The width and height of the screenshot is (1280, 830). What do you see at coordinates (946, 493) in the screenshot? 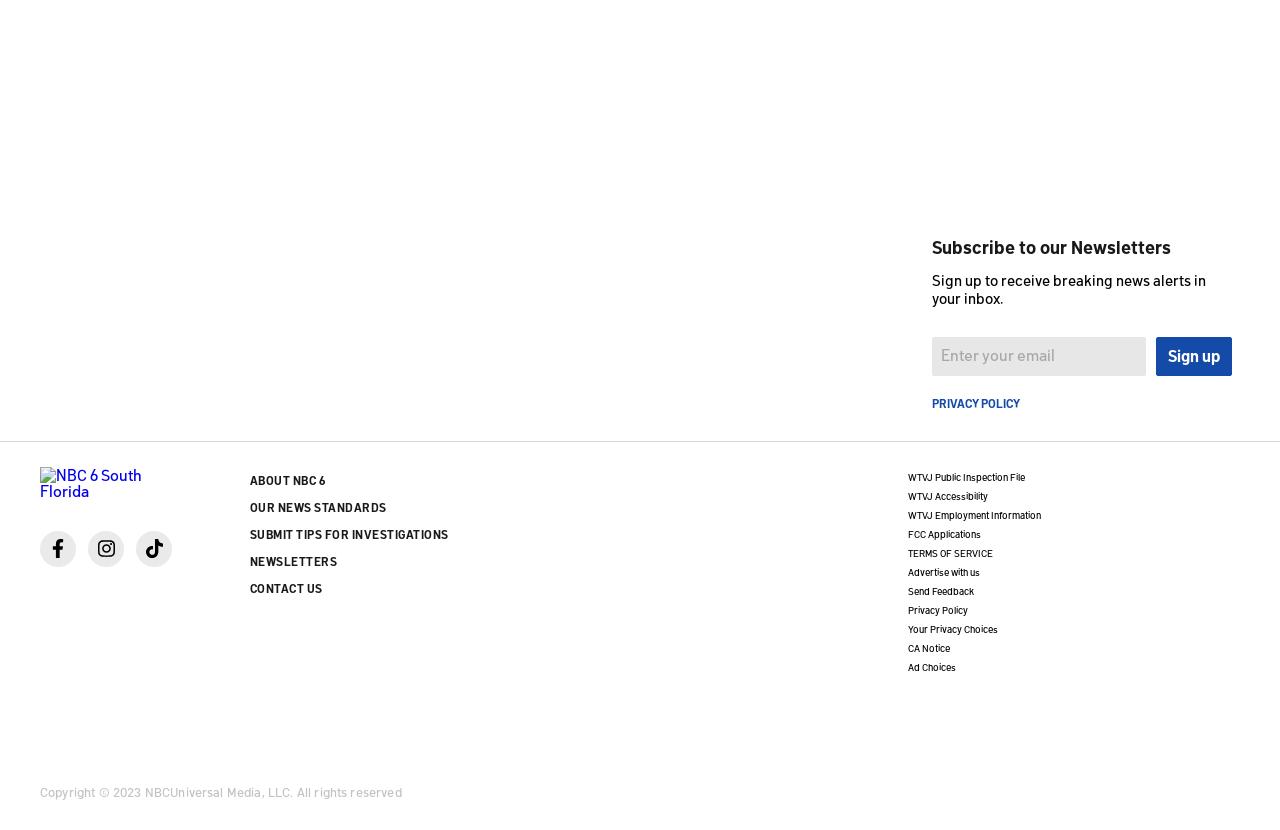
I see `'WTVJ Accessibility'` at bounding box center [946, 493].